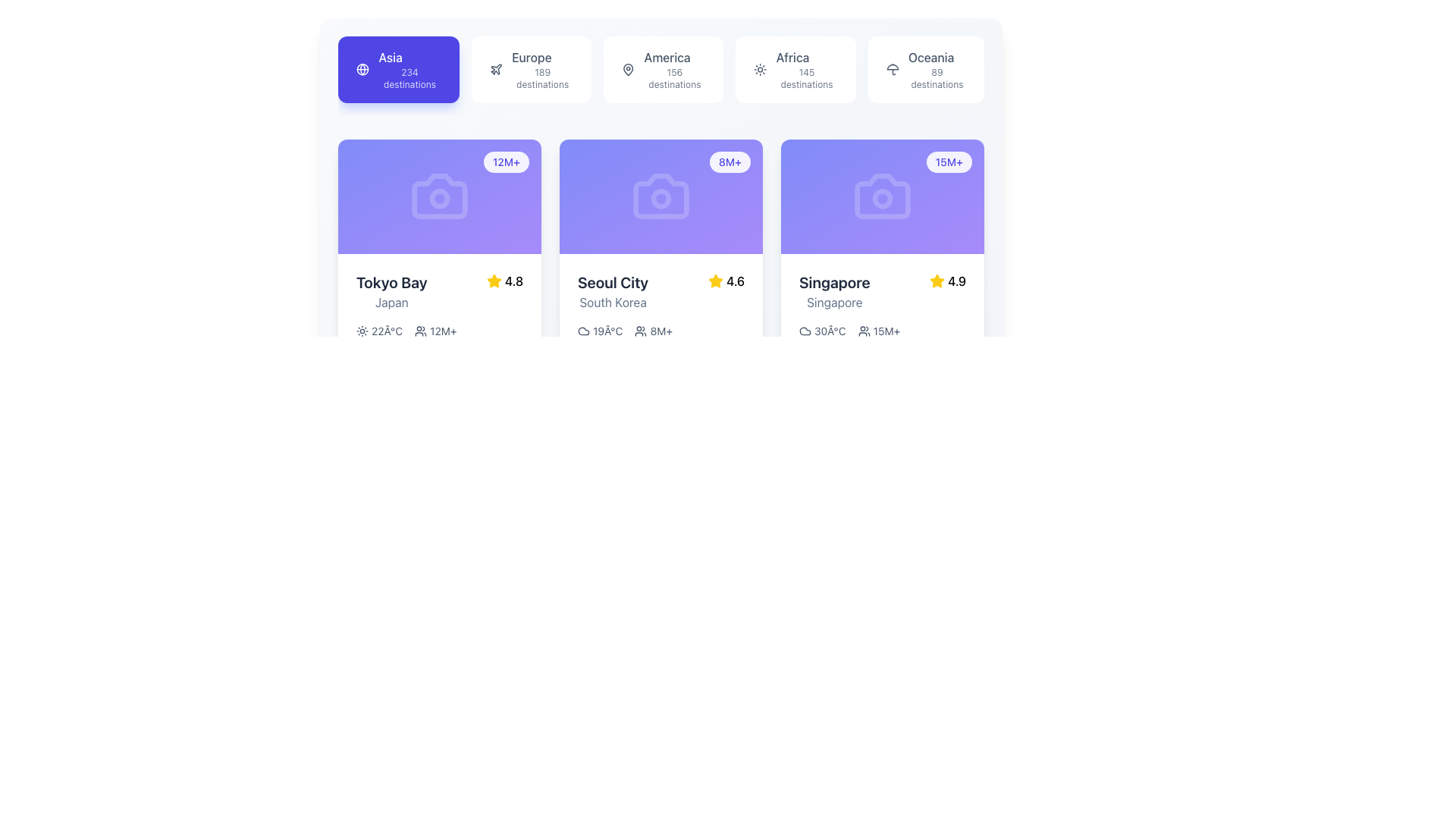  I want to click on the clickable panel element displaying 'Asia' with the smaller text '234 destinations' on a purple background, so click(409, 70).